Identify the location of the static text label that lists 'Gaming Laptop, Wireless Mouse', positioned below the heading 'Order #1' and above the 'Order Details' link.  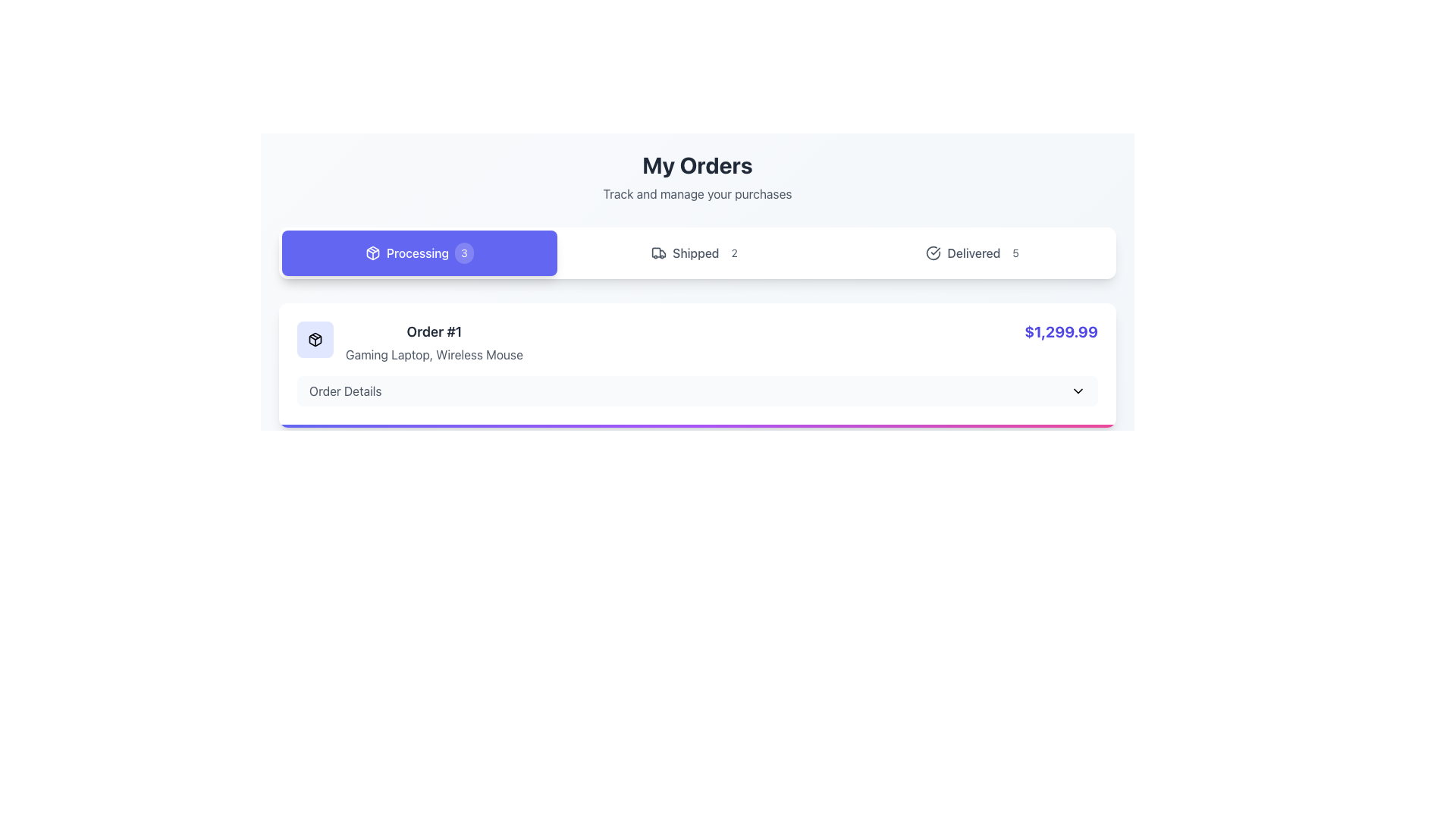
(433, 354).